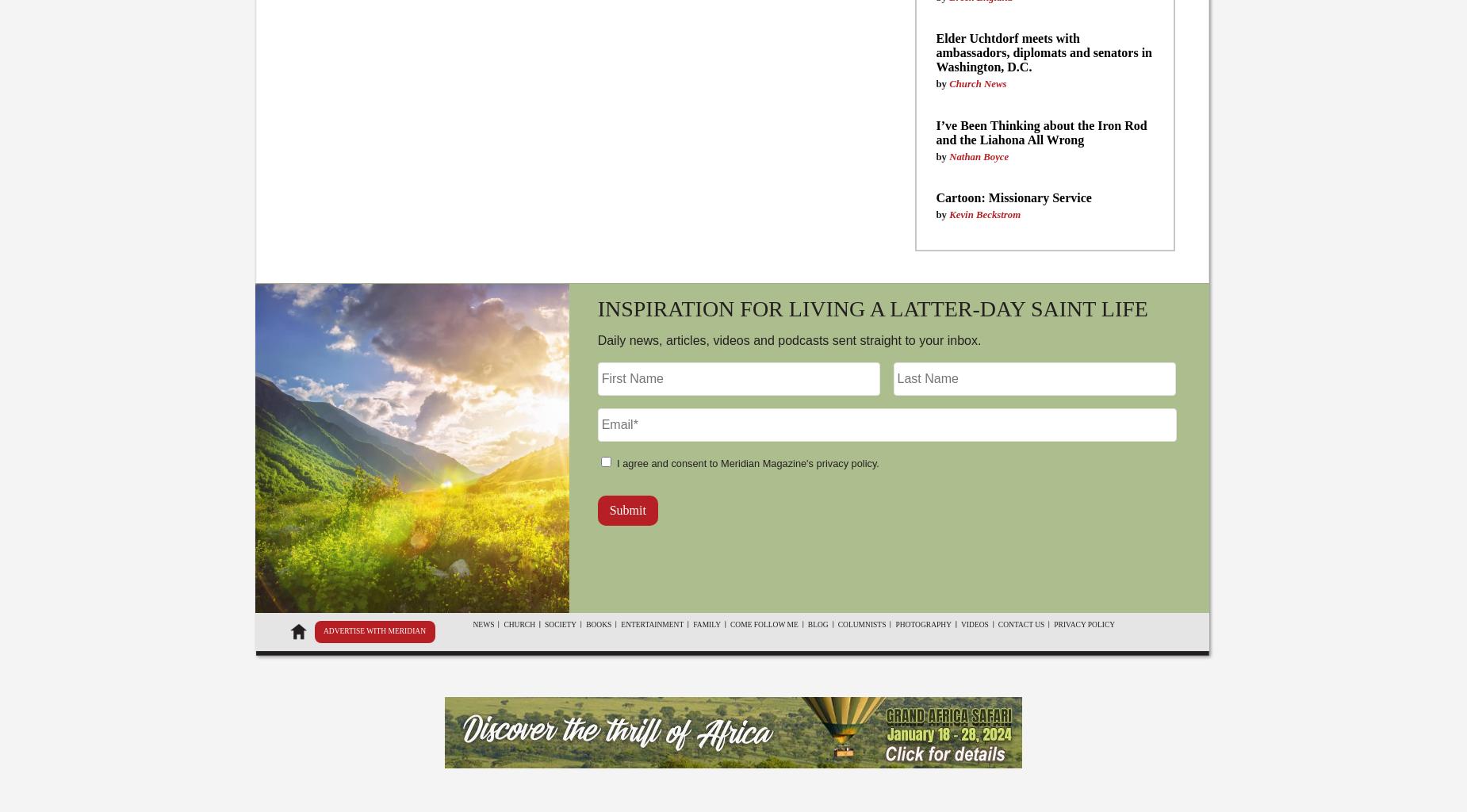 This screenshot has width=1467, height=812. What do you see at coordinates (616, 462) in the screenshot?
I see `'I agree and consent to Meridian Magazine's privacy policy.'` at bounding box center [616, 462].